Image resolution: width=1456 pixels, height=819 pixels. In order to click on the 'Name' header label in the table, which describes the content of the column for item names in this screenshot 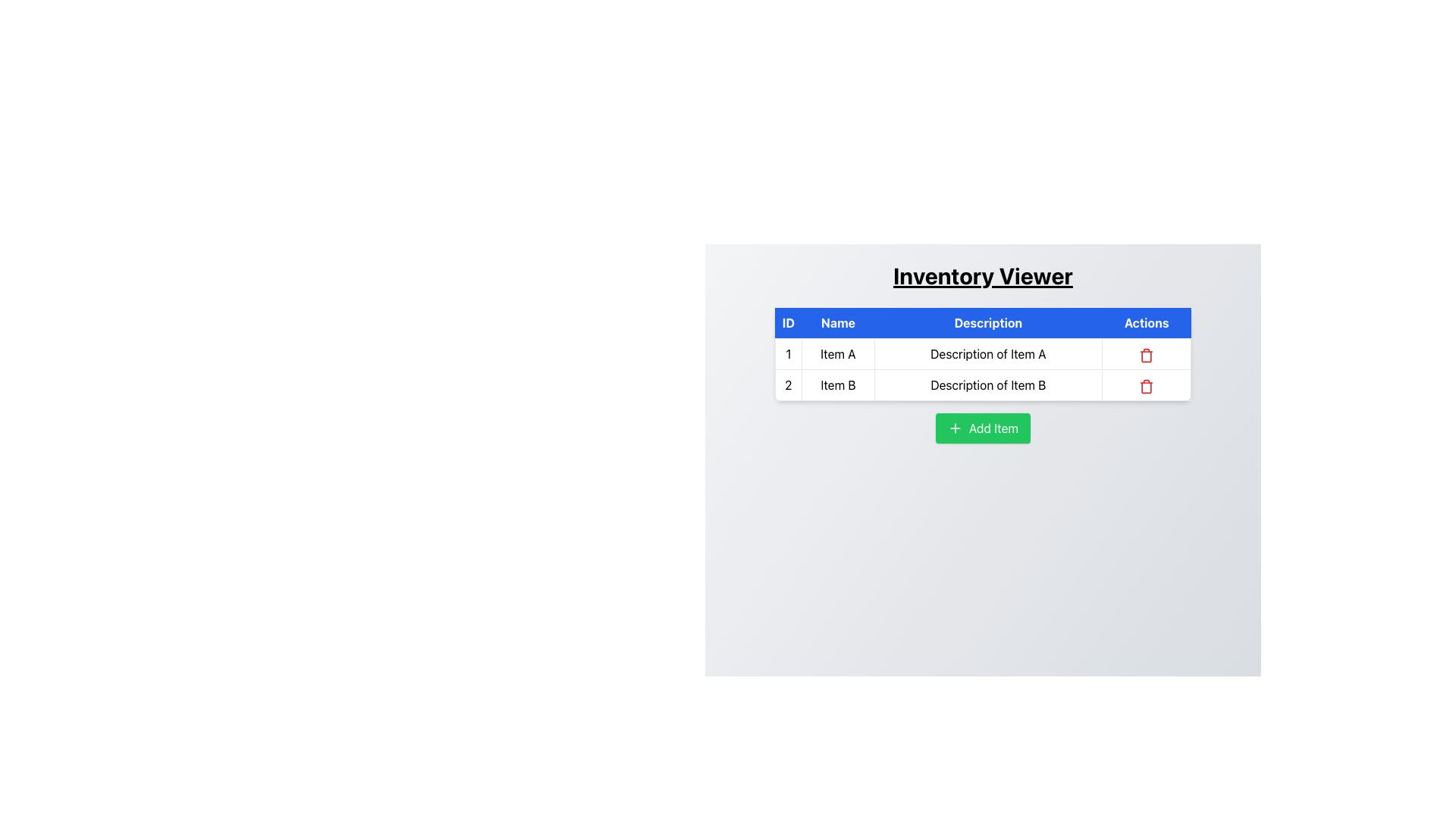, I will do `click(837, 322)`.